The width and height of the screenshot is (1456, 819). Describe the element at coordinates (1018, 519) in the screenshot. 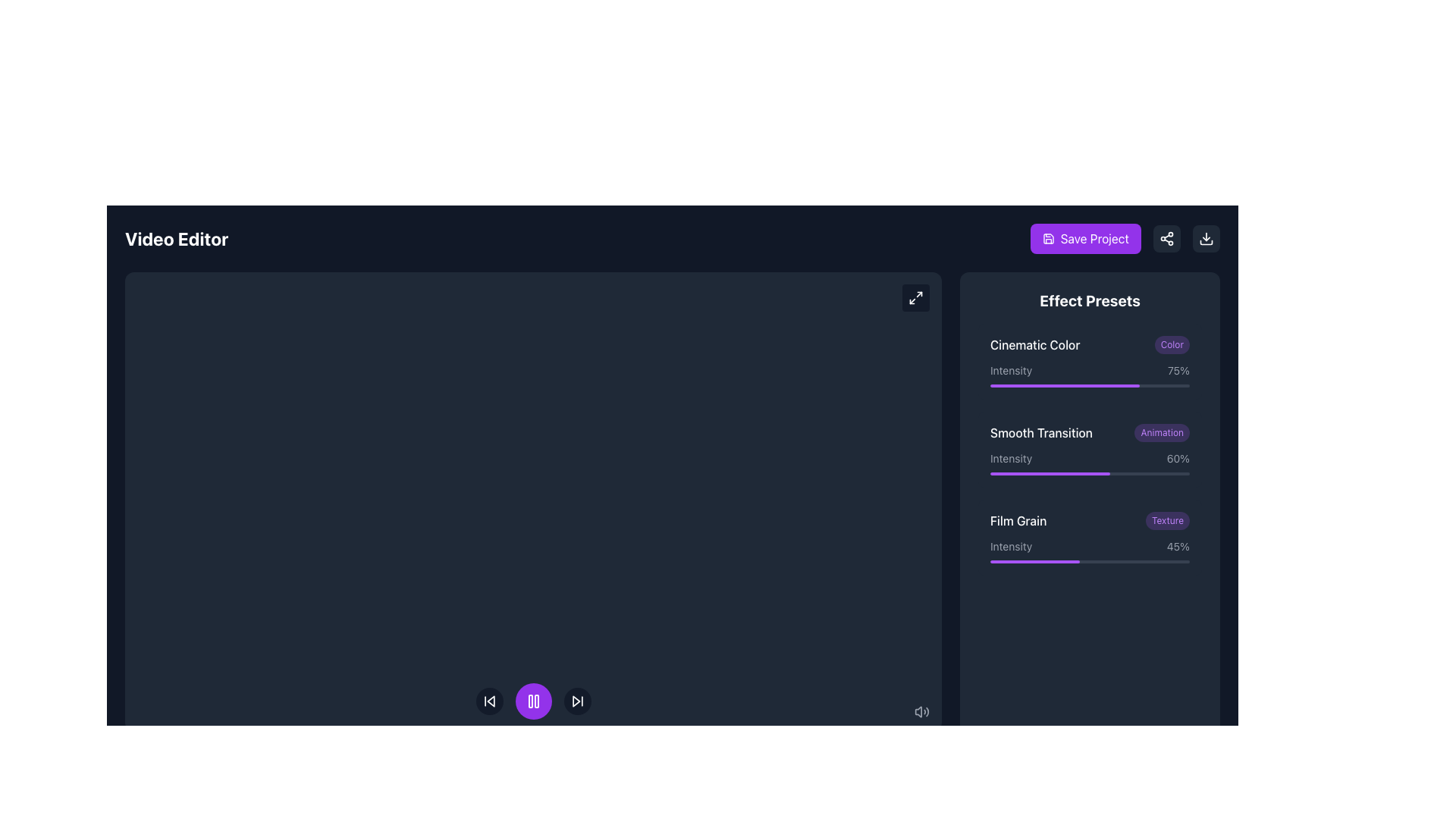

I see `the 'Film Grain' text label, which serves as a contextual identifier for a specific effect grouping under the 'Effect Presets' category` at that location.